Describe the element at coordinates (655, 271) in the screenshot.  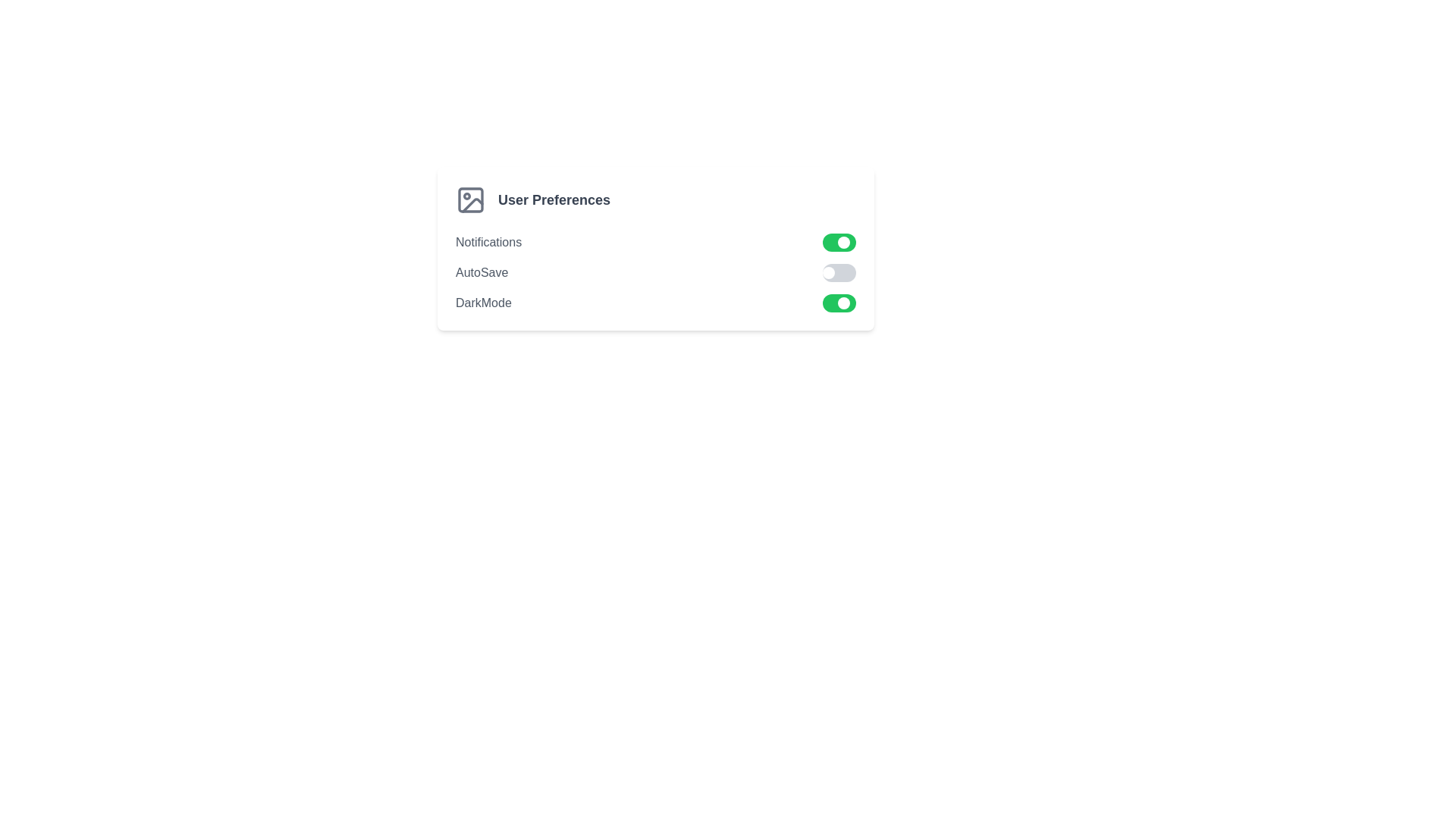
I see `the 'autoSave' toggle switch located in the 'User Preferences' section to switch it on or off` at that location.